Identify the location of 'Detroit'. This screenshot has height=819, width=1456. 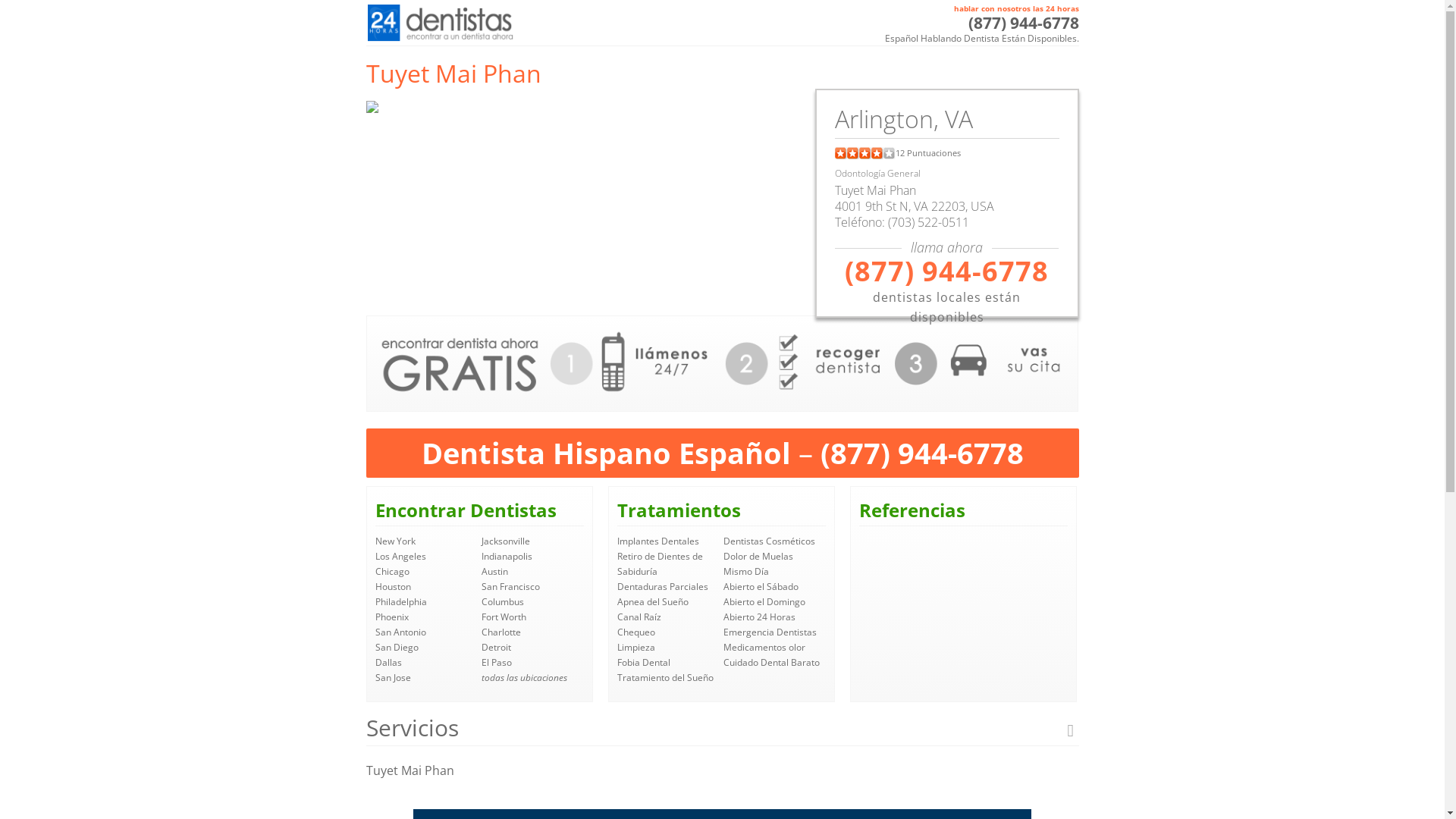
(496, 647).